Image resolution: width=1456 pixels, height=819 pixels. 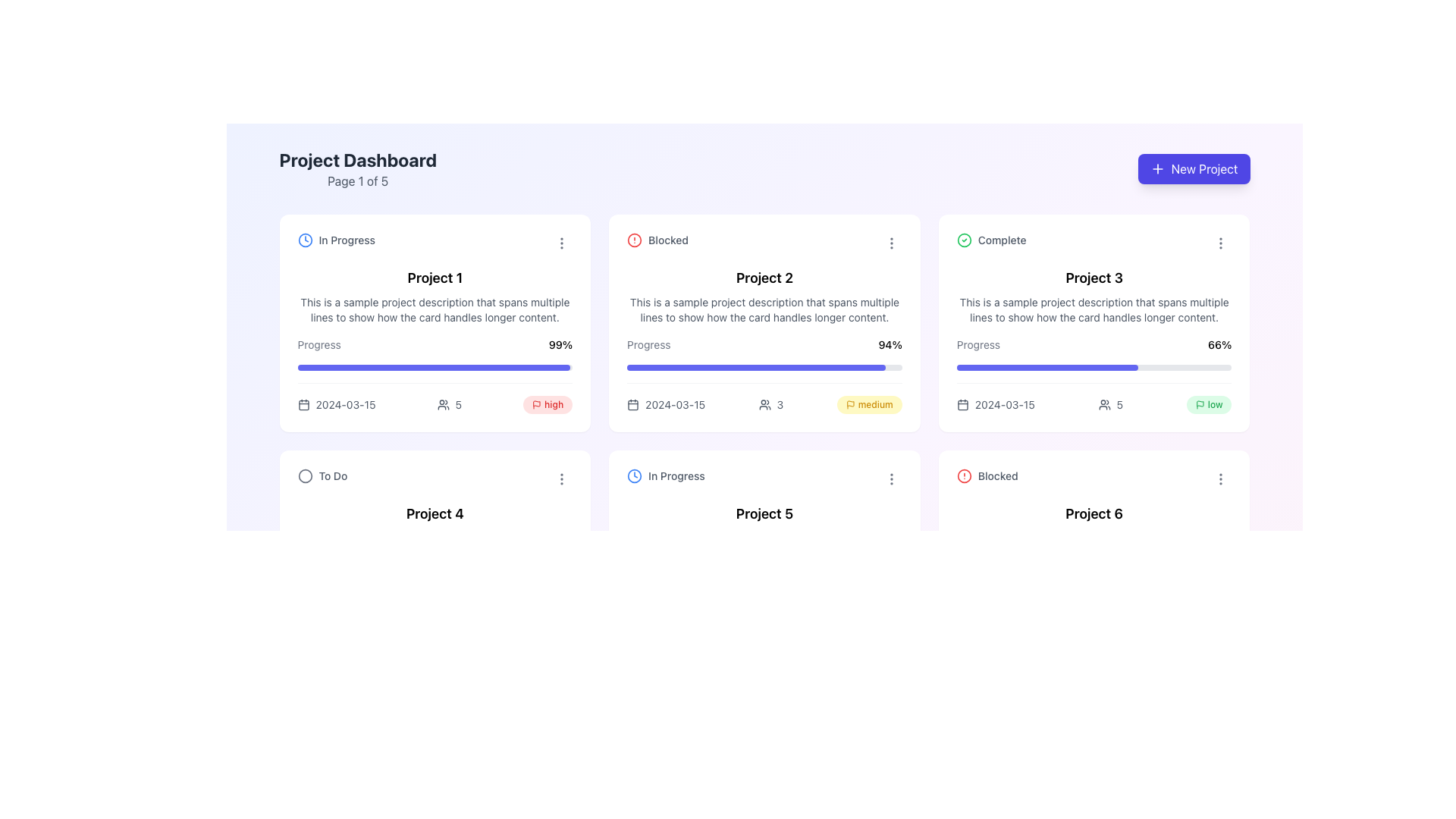 I want to click on 'Blocked' status information from the status marker icon and text located in the second card labeled 'Project 2' on the dashboard interface, so click(x=657, y=239).